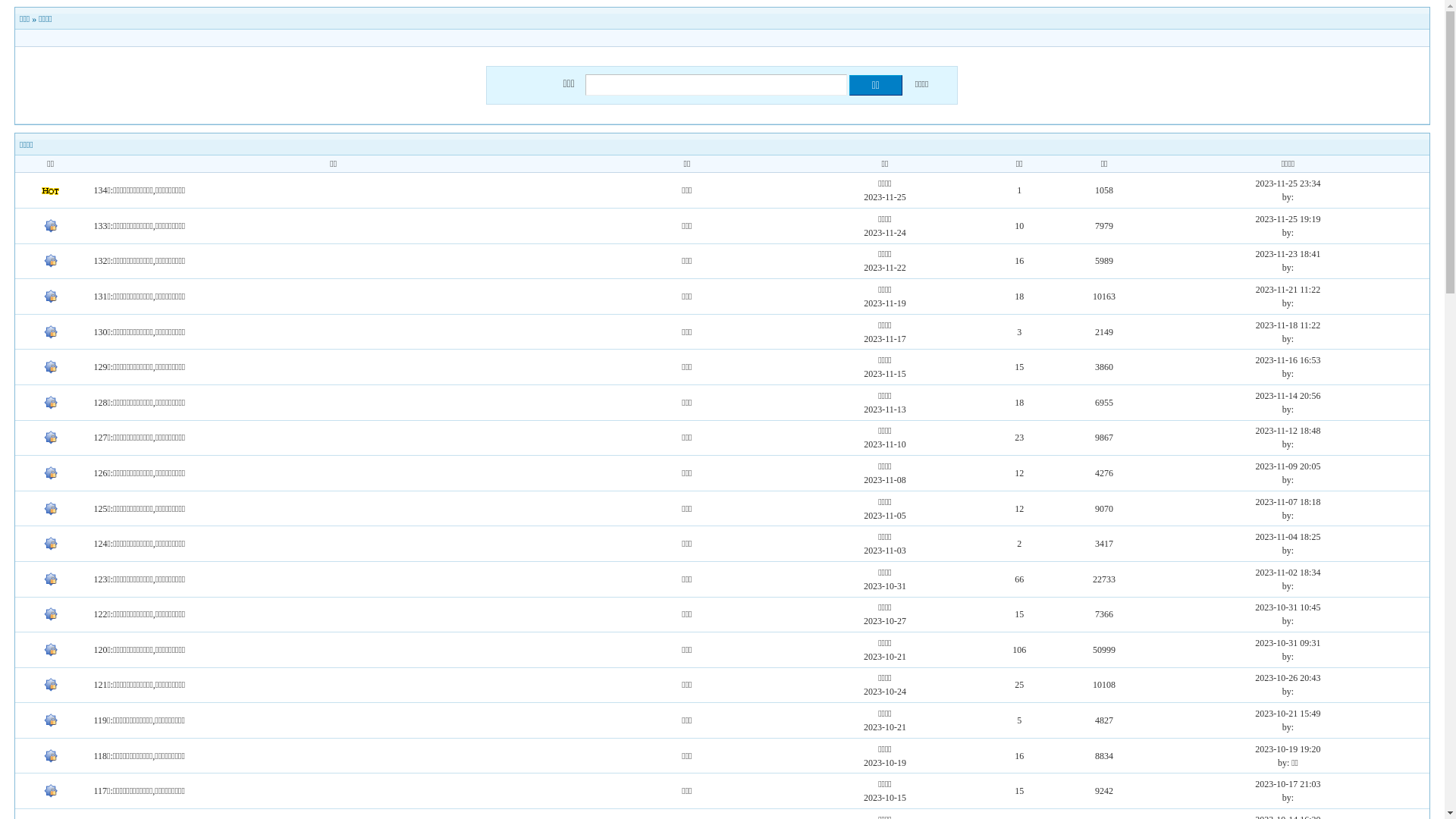 This screenshot has height=819, width=1456. Describe the element at coordinates (1287, 643) in the screenshot. I see `'2023-10-31 09:31'` at that location.